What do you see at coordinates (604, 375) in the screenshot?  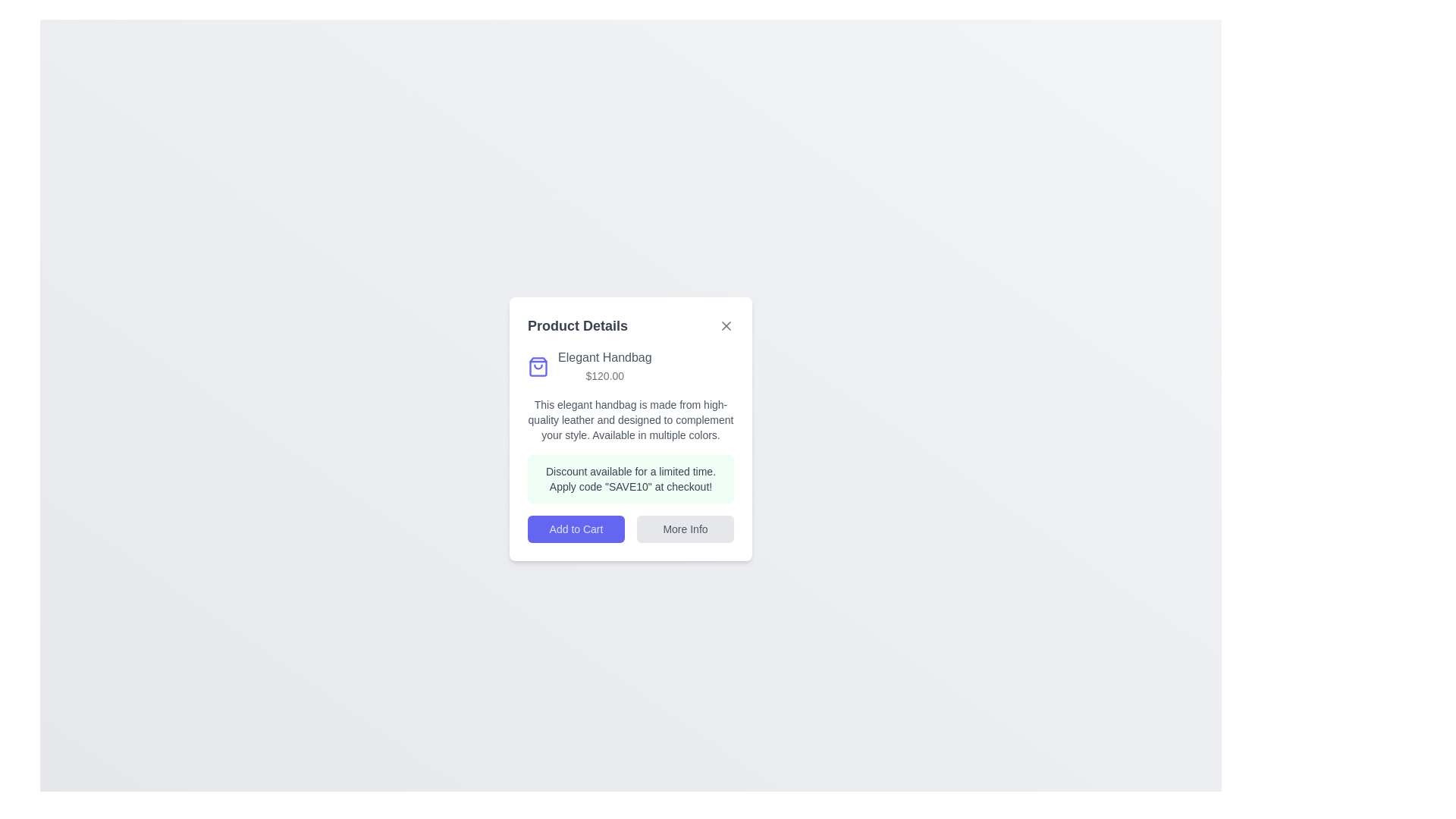 I see `the price text label displaying '$120.00' located below the 'Elegant Handbag' title in the 'Product Details' popup window` at bounding box center [604, 375].